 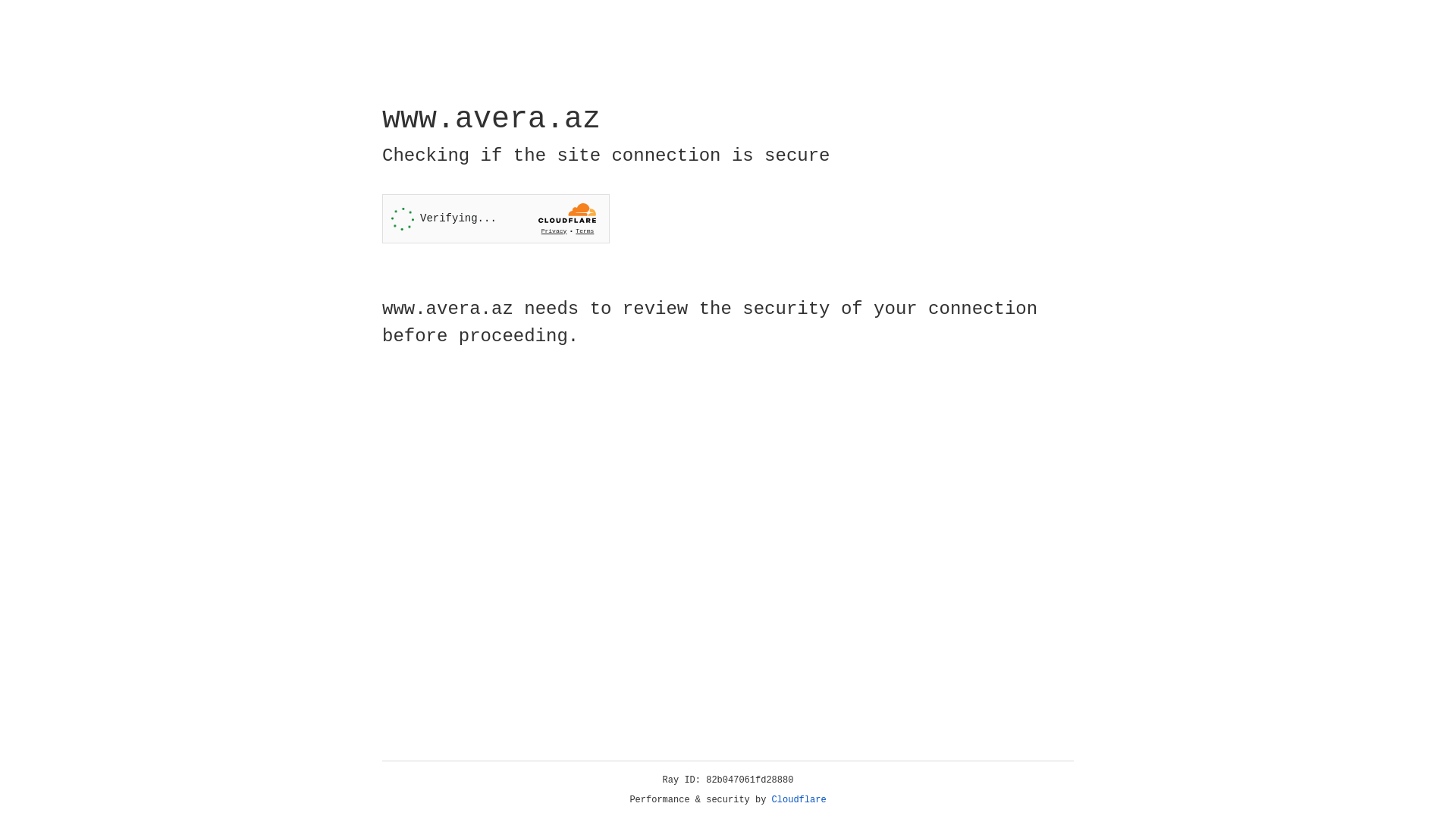 What do you see at coordinates (799, 799) in the screenshot?
I see `'Cloudflare'` at bounding box center [799, 799].